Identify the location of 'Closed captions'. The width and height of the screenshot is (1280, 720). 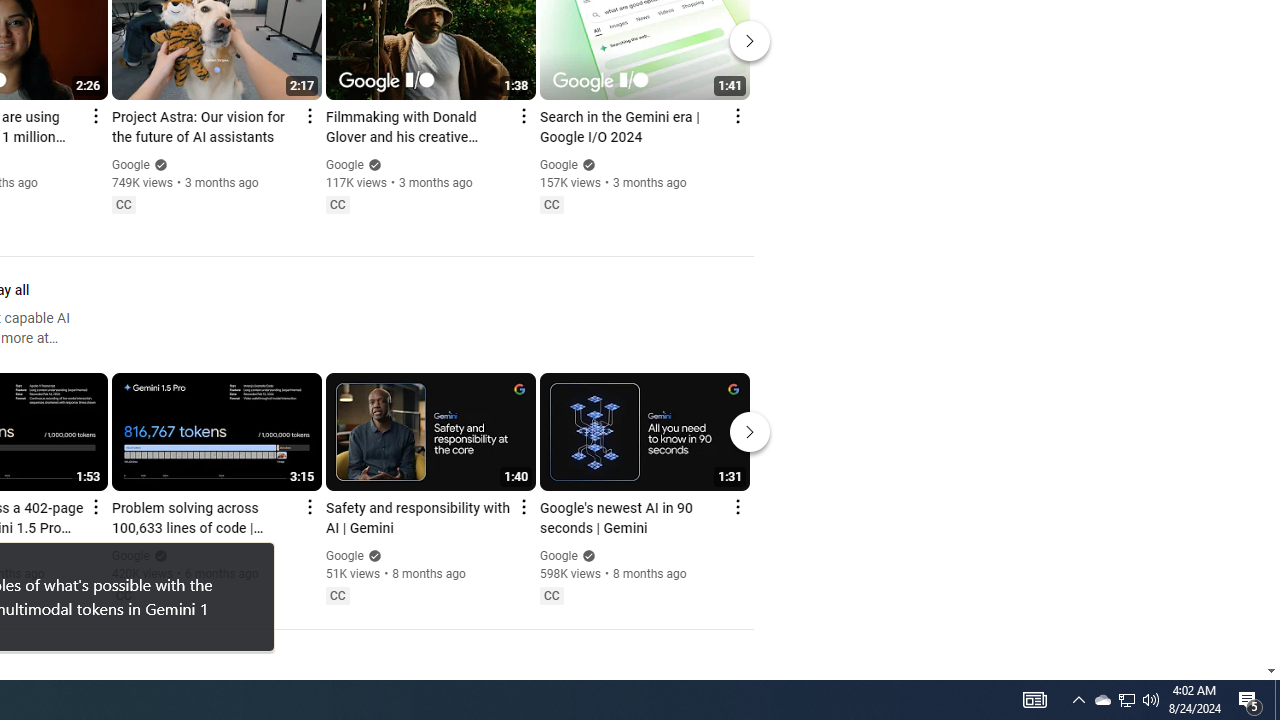
(551, 594).